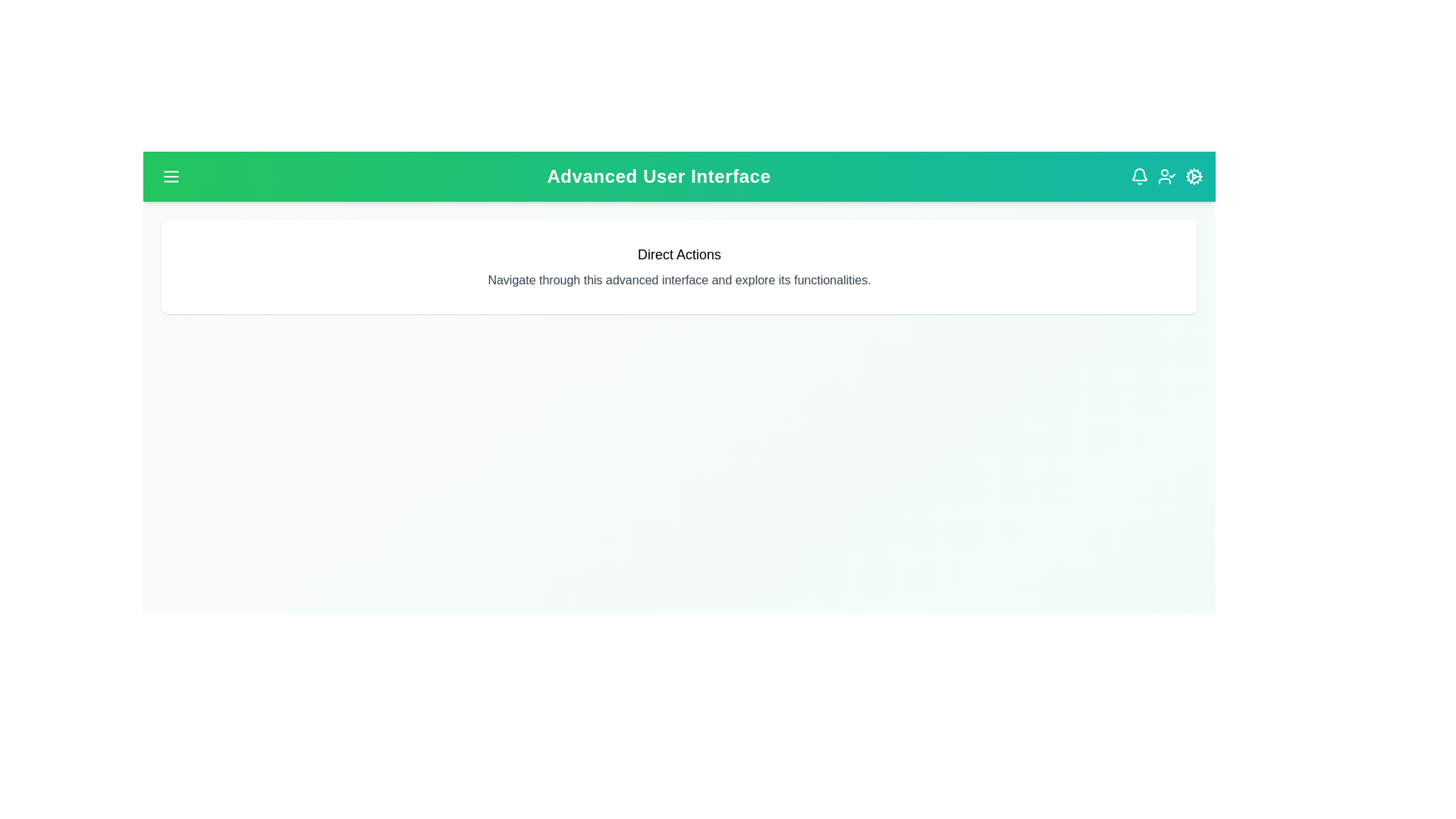  Describe the element at coordinates (1166, 175) in the screenshot. I see `the user profile icon located at the top-right corner of the app bar` at that location.